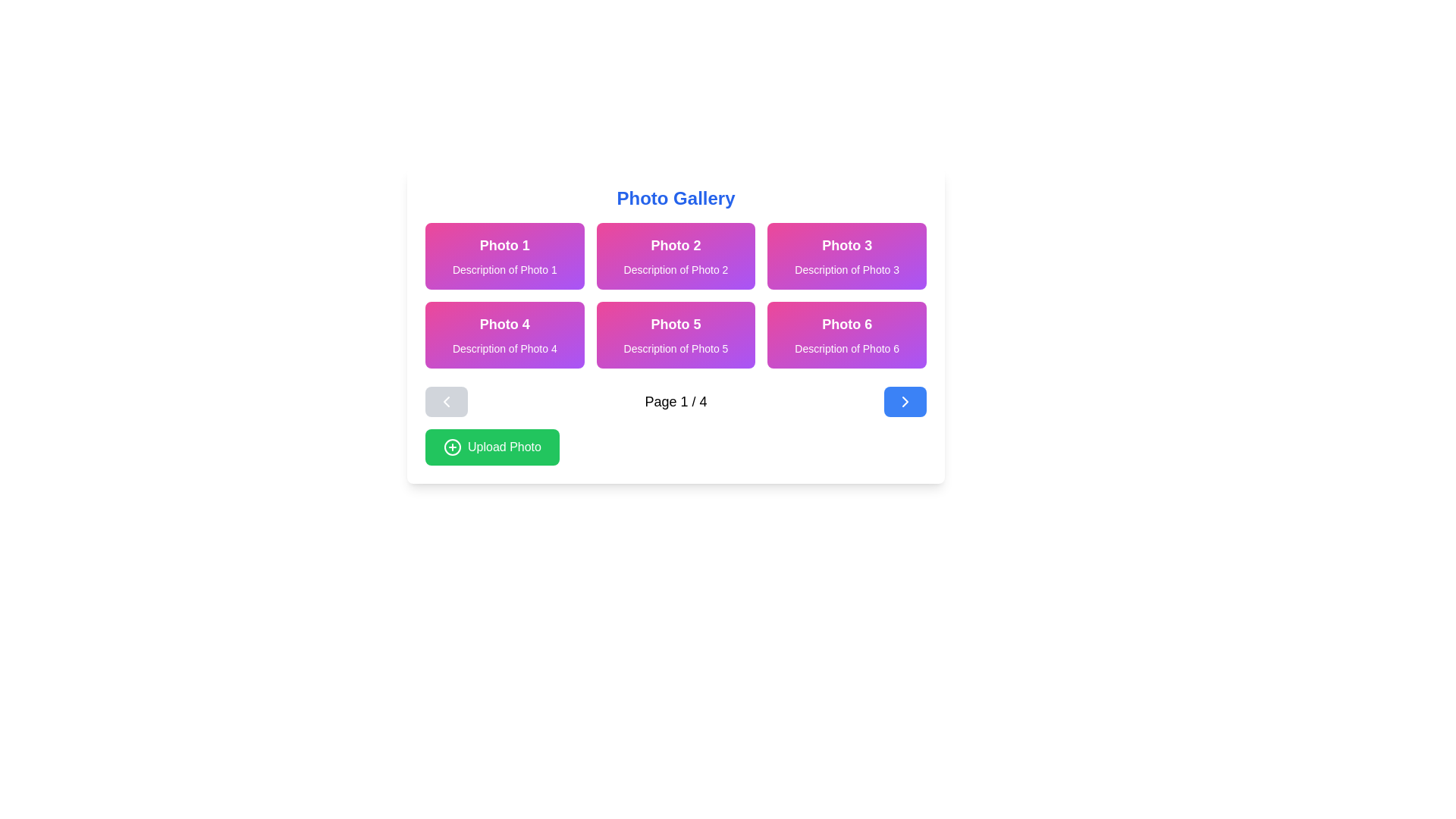 The width and height of the screenshot is (1456, 819). What do you see at coordinates (675, 256) in the screenshot?
I see `the second card in the first row of the photo gallery layout, which displays the title and description of a photo` at bounding box center [675, 256].